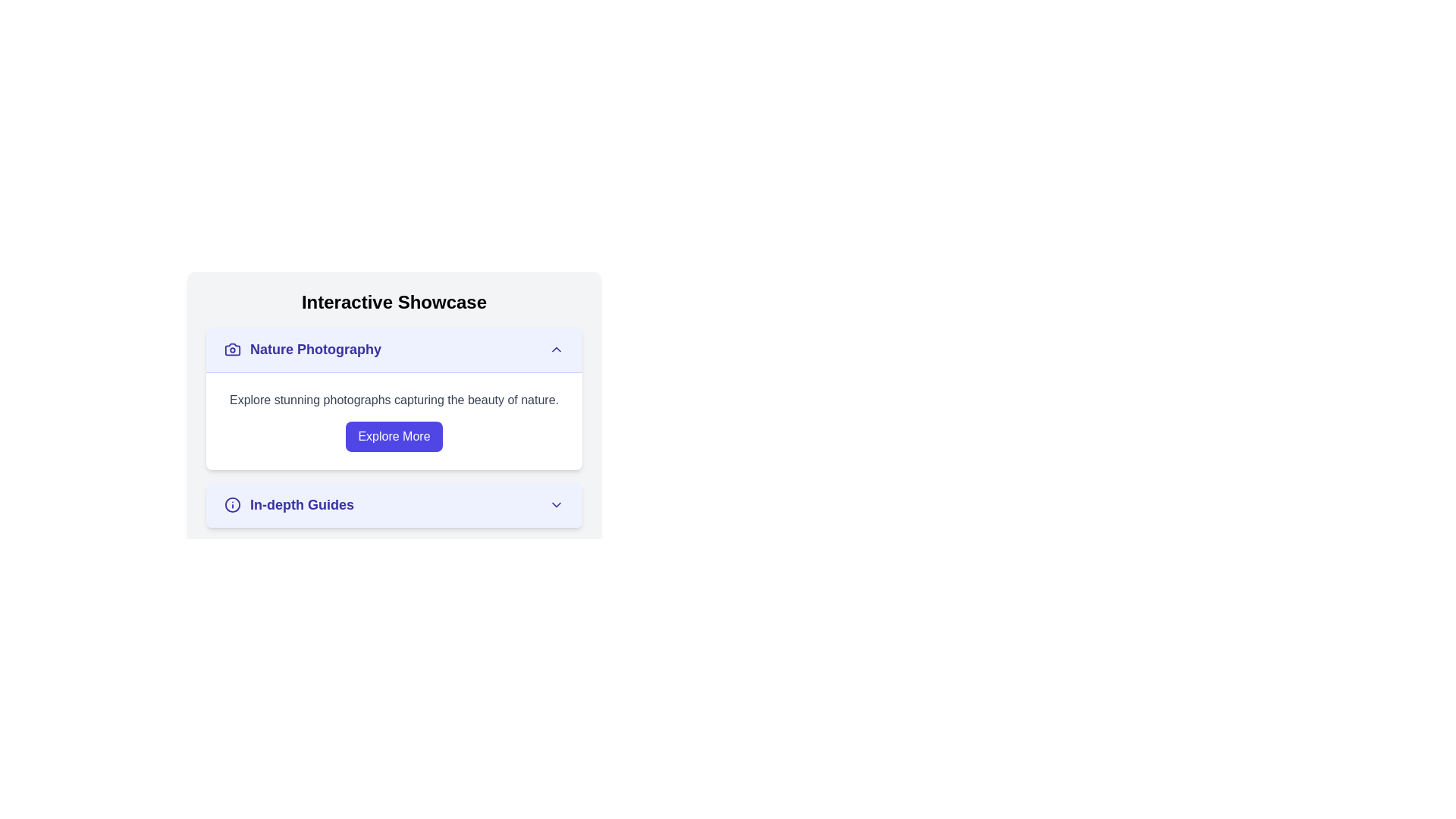 The image size is (1456, 819). Describe the element at coordinates (394, 397) in the screenshot. I see `text within the 'Nature Photography' card, which contains a title in bold indigo text and a descriptive paragraph about nature photography` at that location.